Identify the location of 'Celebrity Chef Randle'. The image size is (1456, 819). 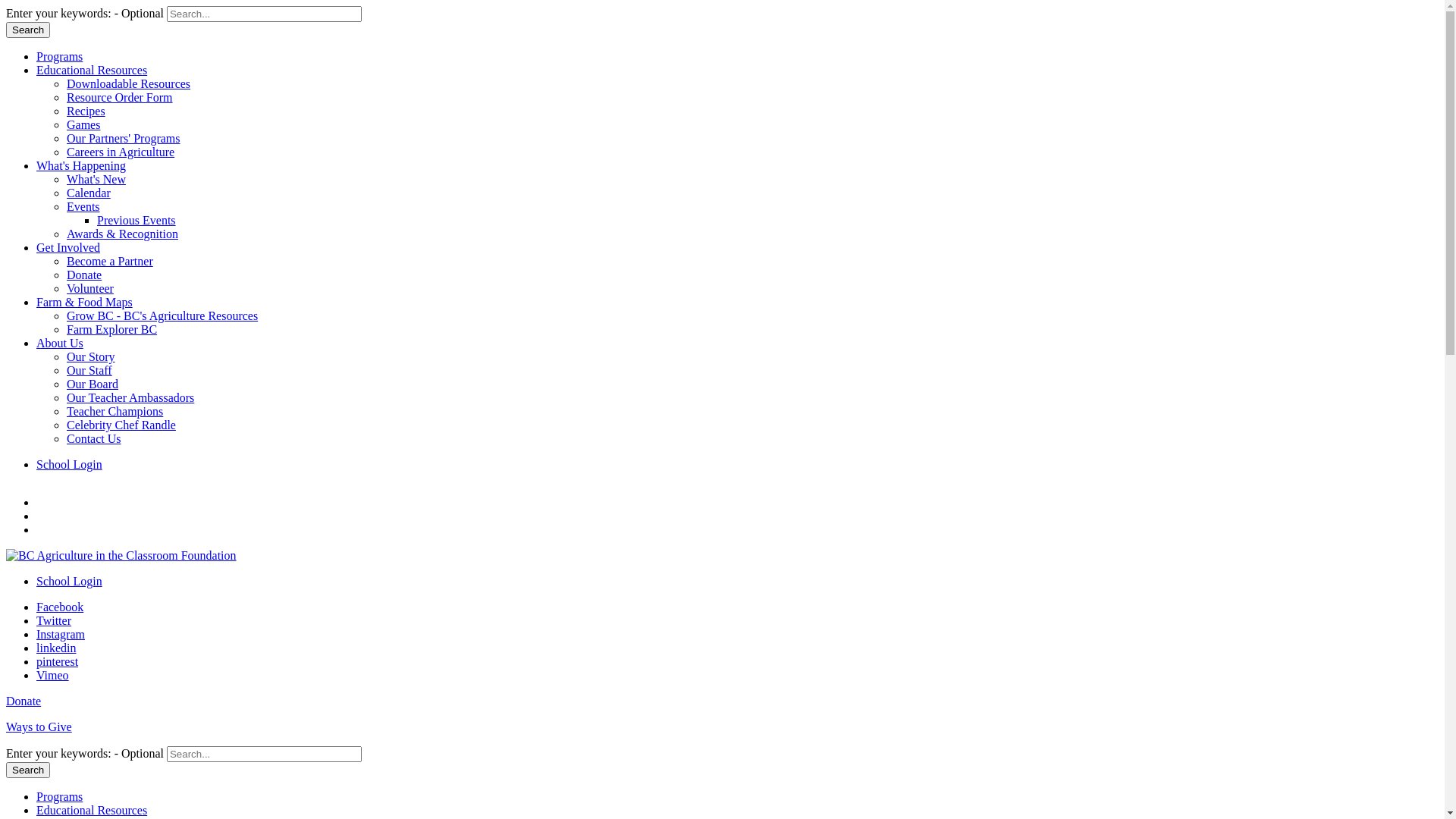
(120, 425).